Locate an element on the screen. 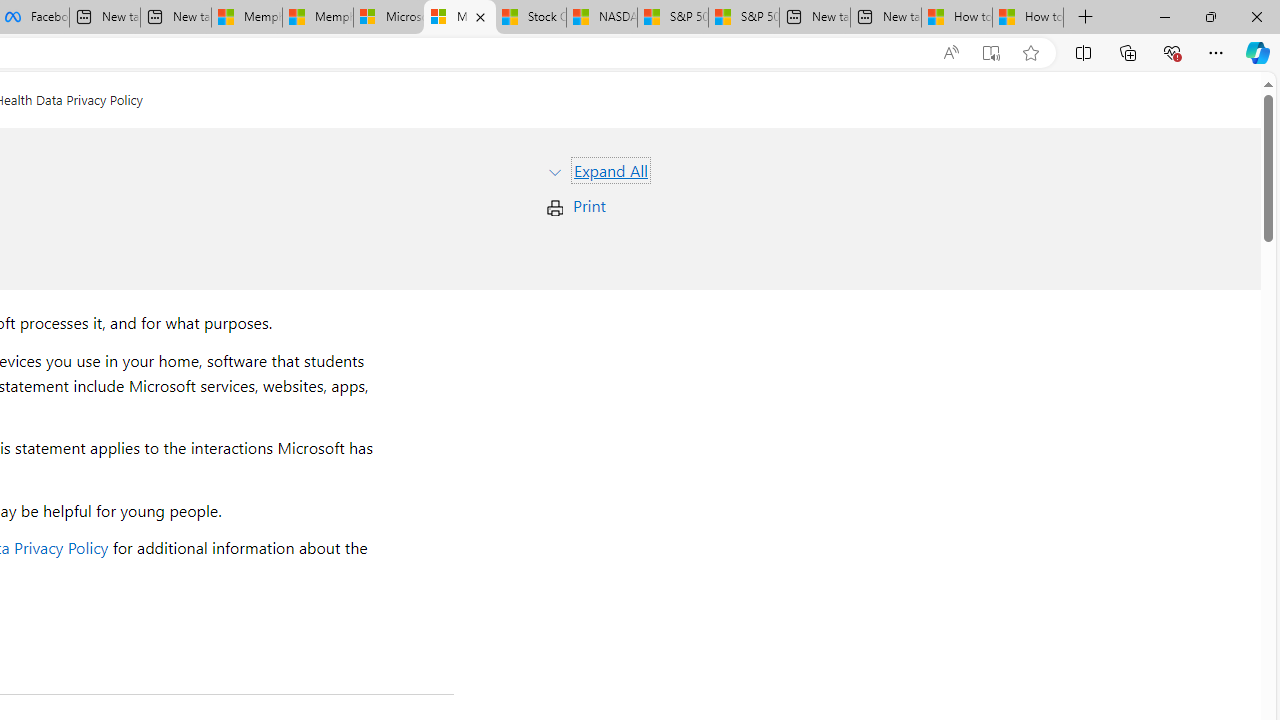 This screenshot has width=1280, height=720. 'Collections' is located at coordinates (1128, 51).